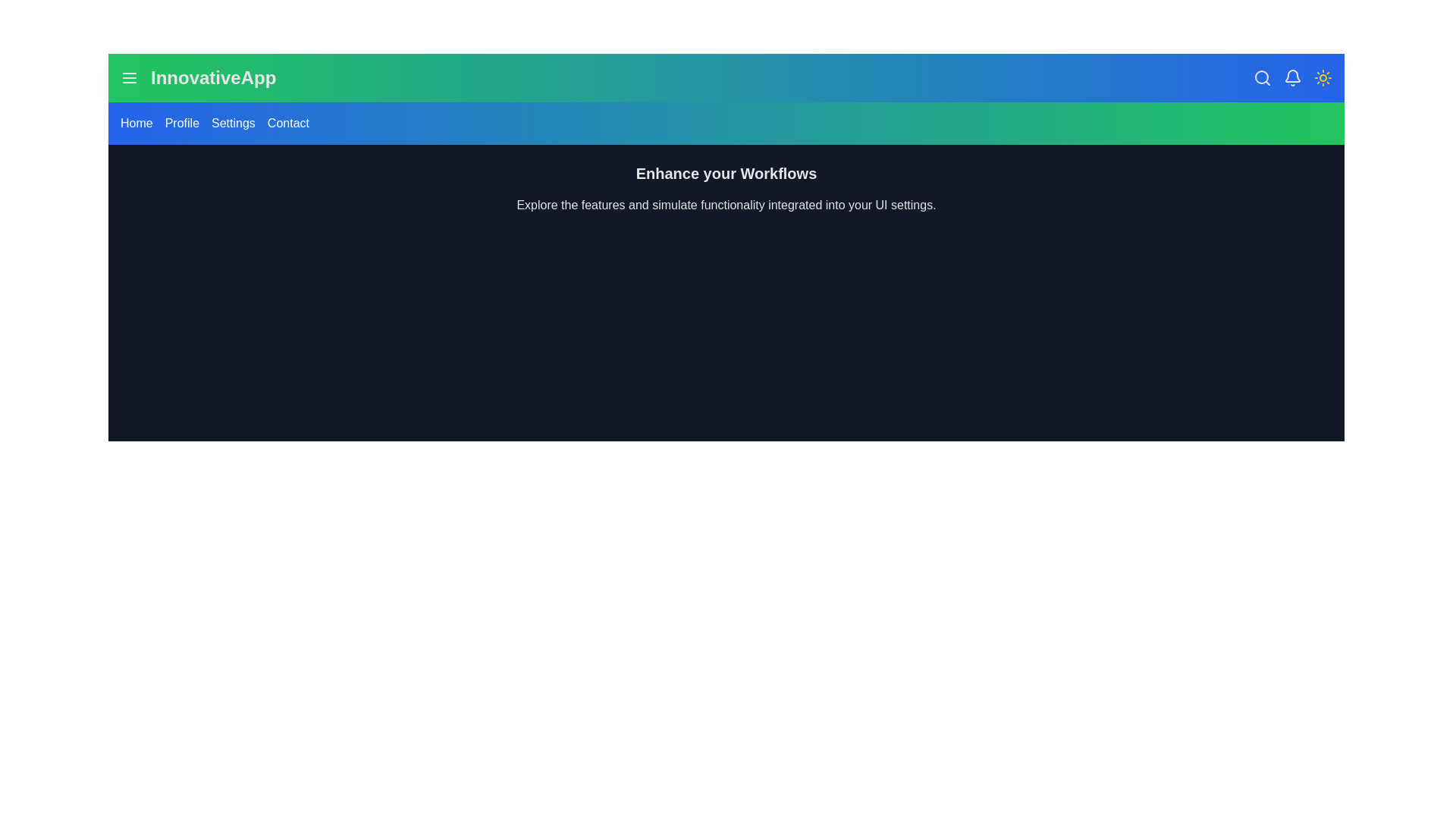 This screenshot has height=819, width=1456. Describe the element at coordinates (136, 122) in the screenshot. I see `the Home menu link to navigate to the respective section` at that location.